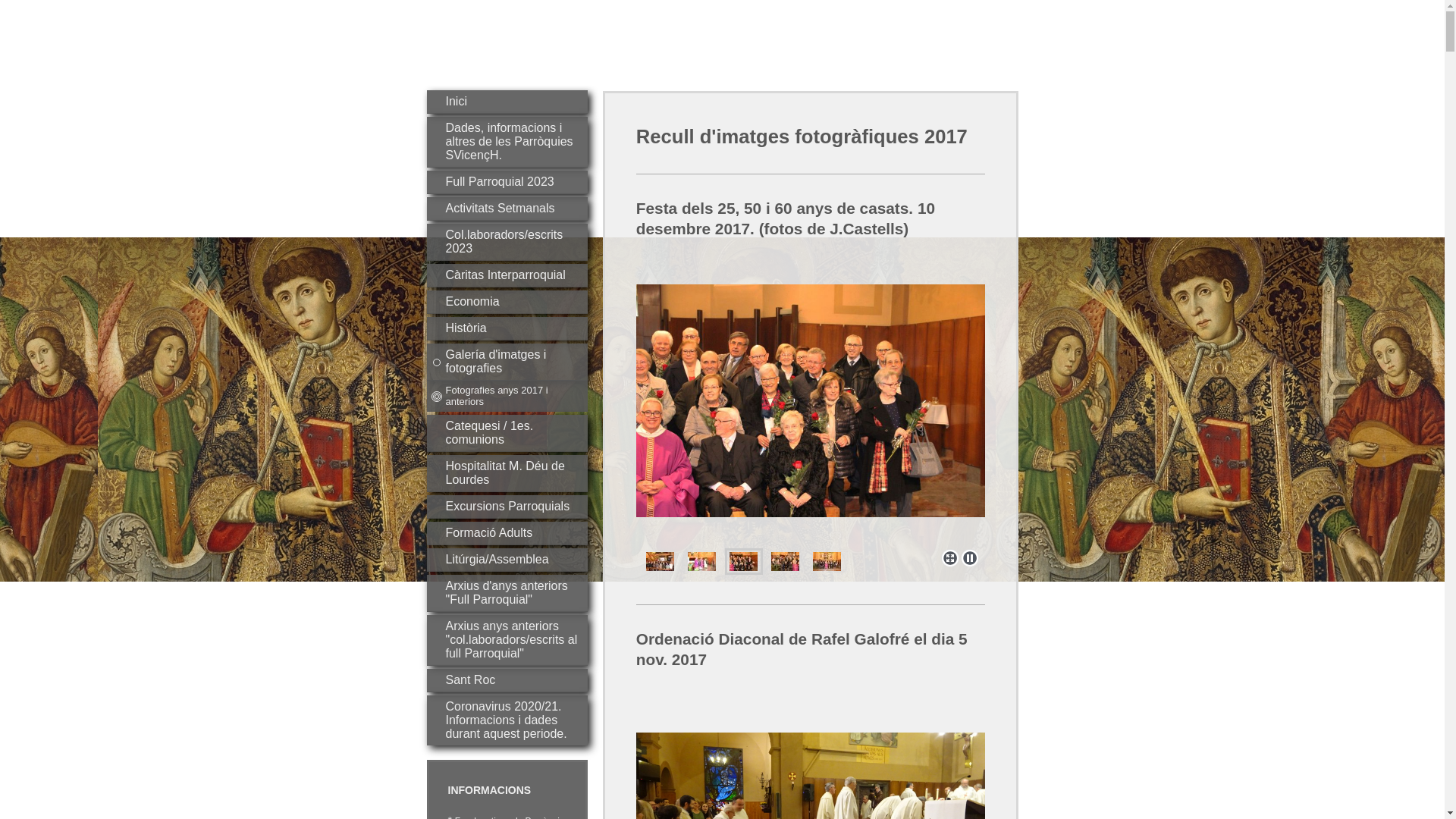 The width and height of the screenshot is (1456, 819). What do you see at coordinates (506, 209) in the screenshot?
I see `'Activitats Setmanals'` at bounding box center [506, 209].